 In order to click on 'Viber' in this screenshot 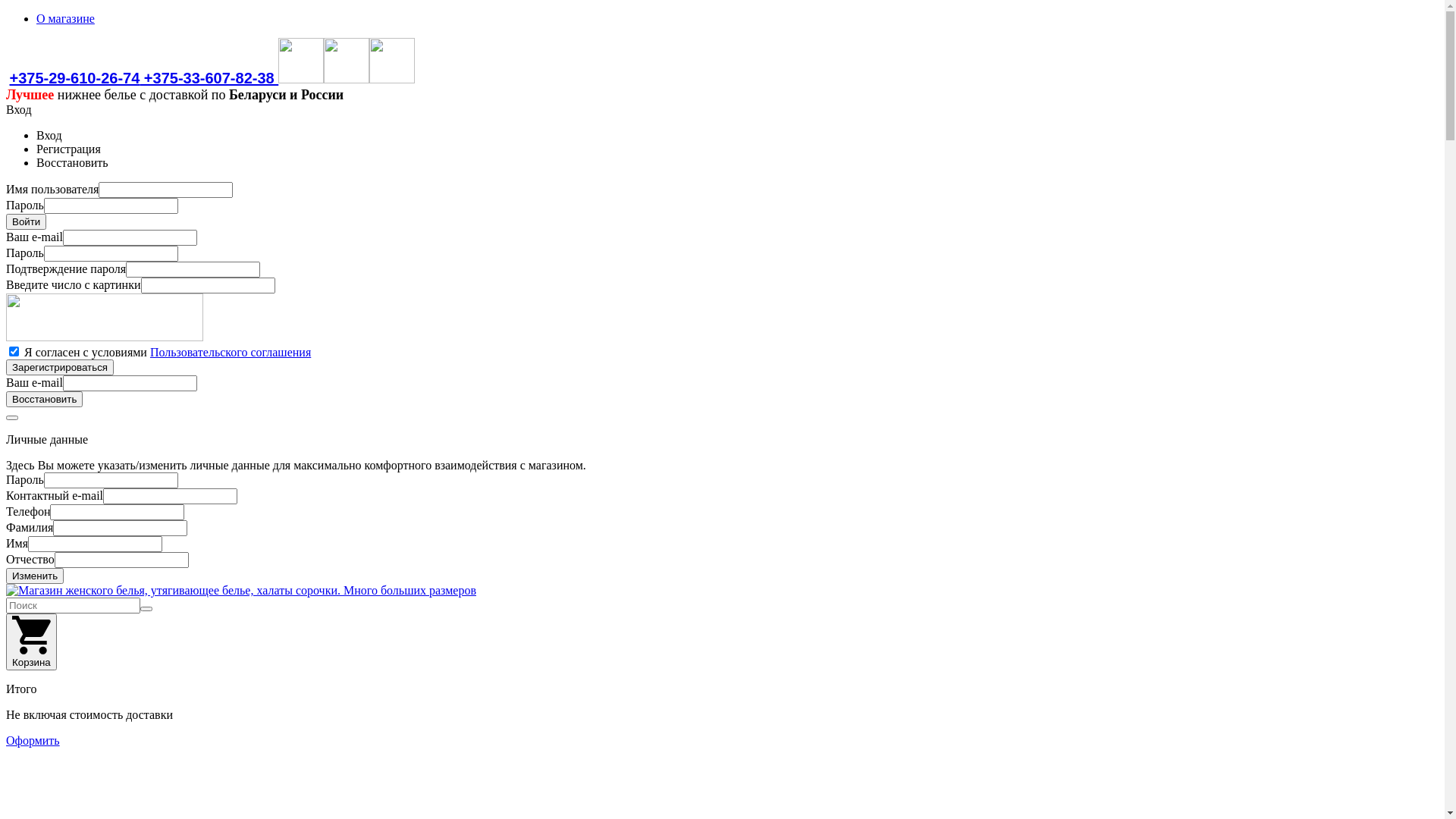, I will do `click(301, 78)`.